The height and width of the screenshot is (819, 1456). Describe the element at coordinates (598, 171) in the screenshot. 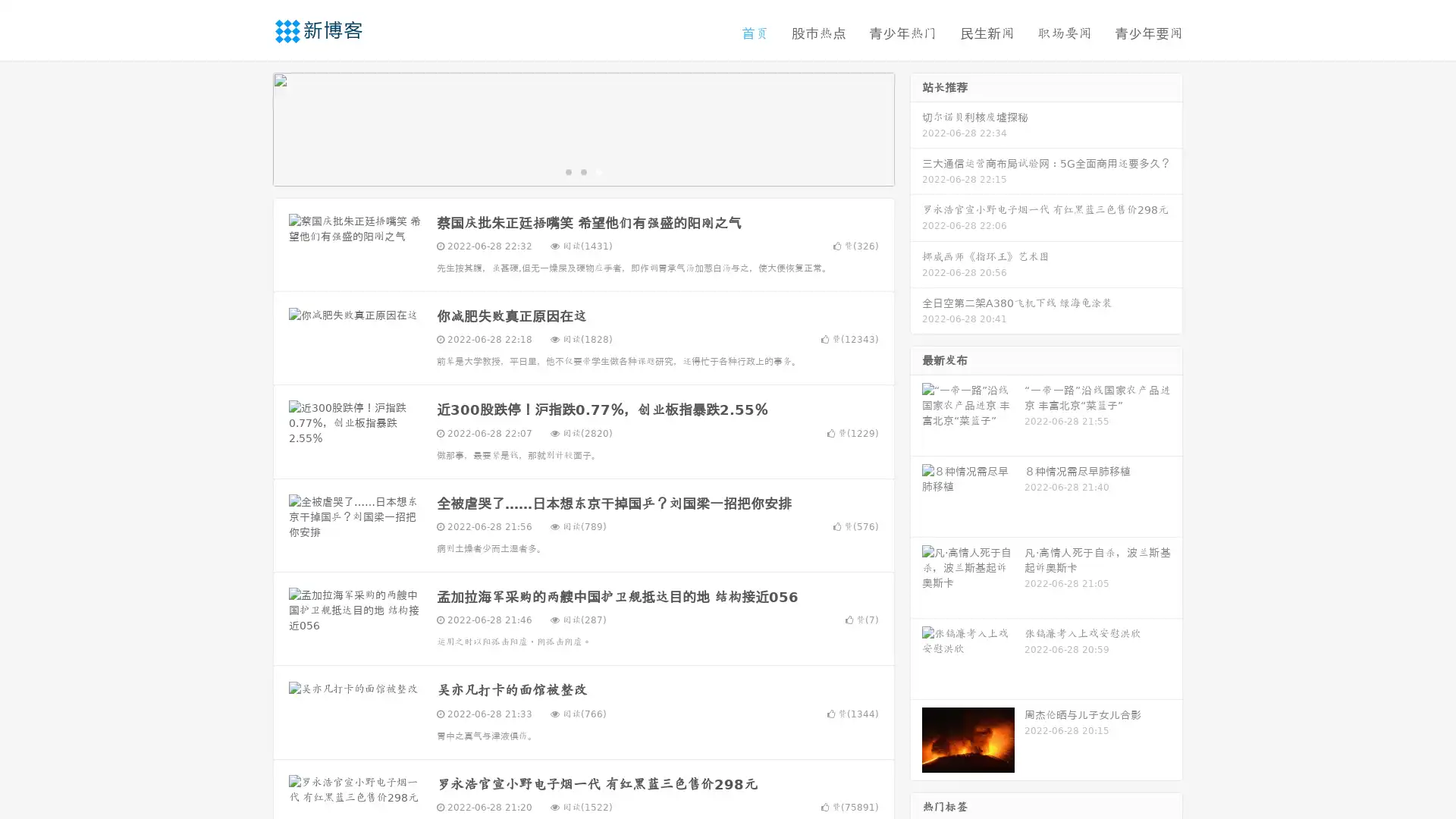

I see `Go to slide 3` at that location.